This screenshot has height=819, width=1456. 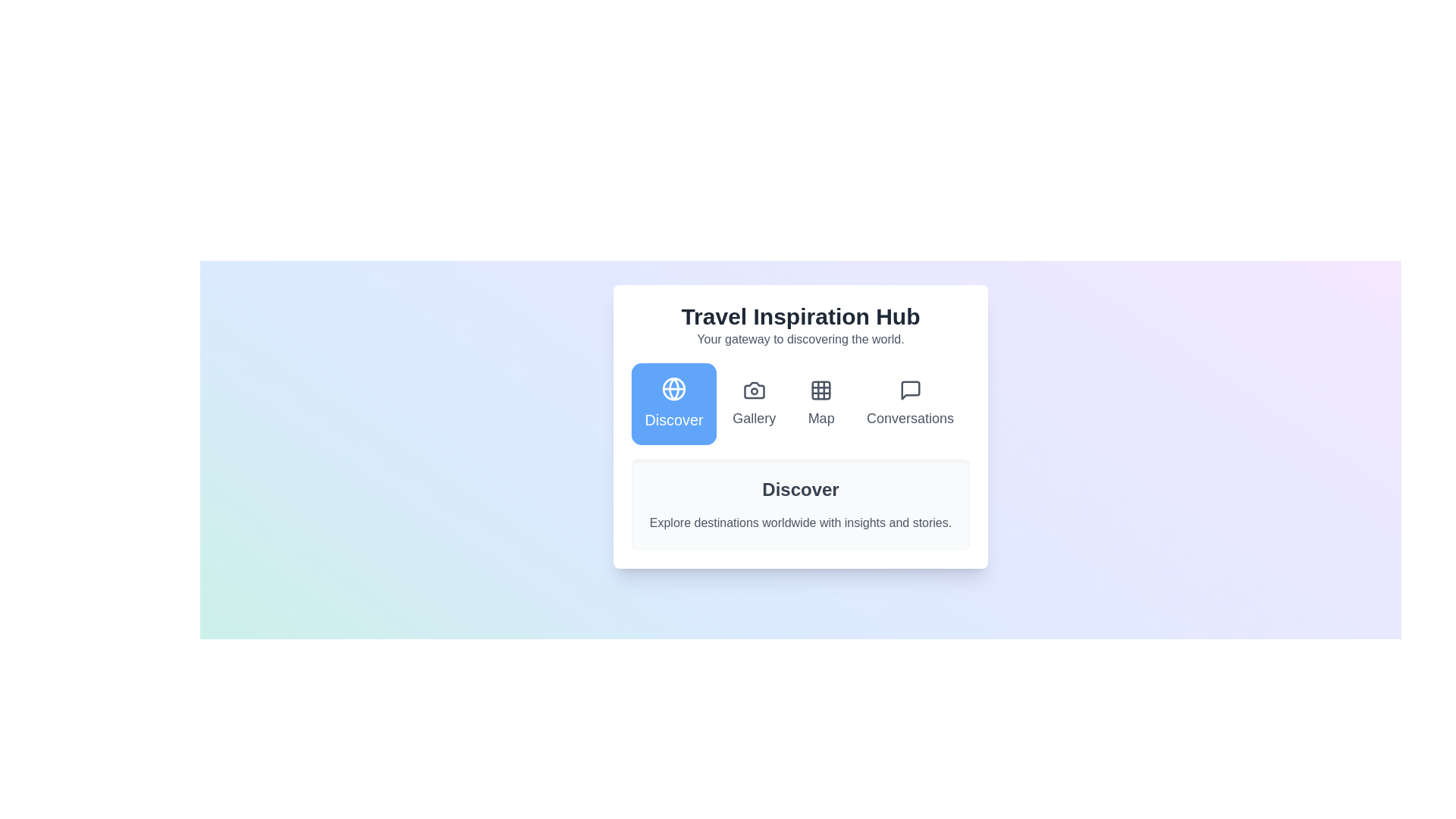 What do you see at coordinates (800, 505) in the screenshot?
I see `the Information Section that provides additional information about the 'Discover' feature, located below the navigation icons and centered within the 'Travel Inspiration Hub'` at bounding box center [800, 505].